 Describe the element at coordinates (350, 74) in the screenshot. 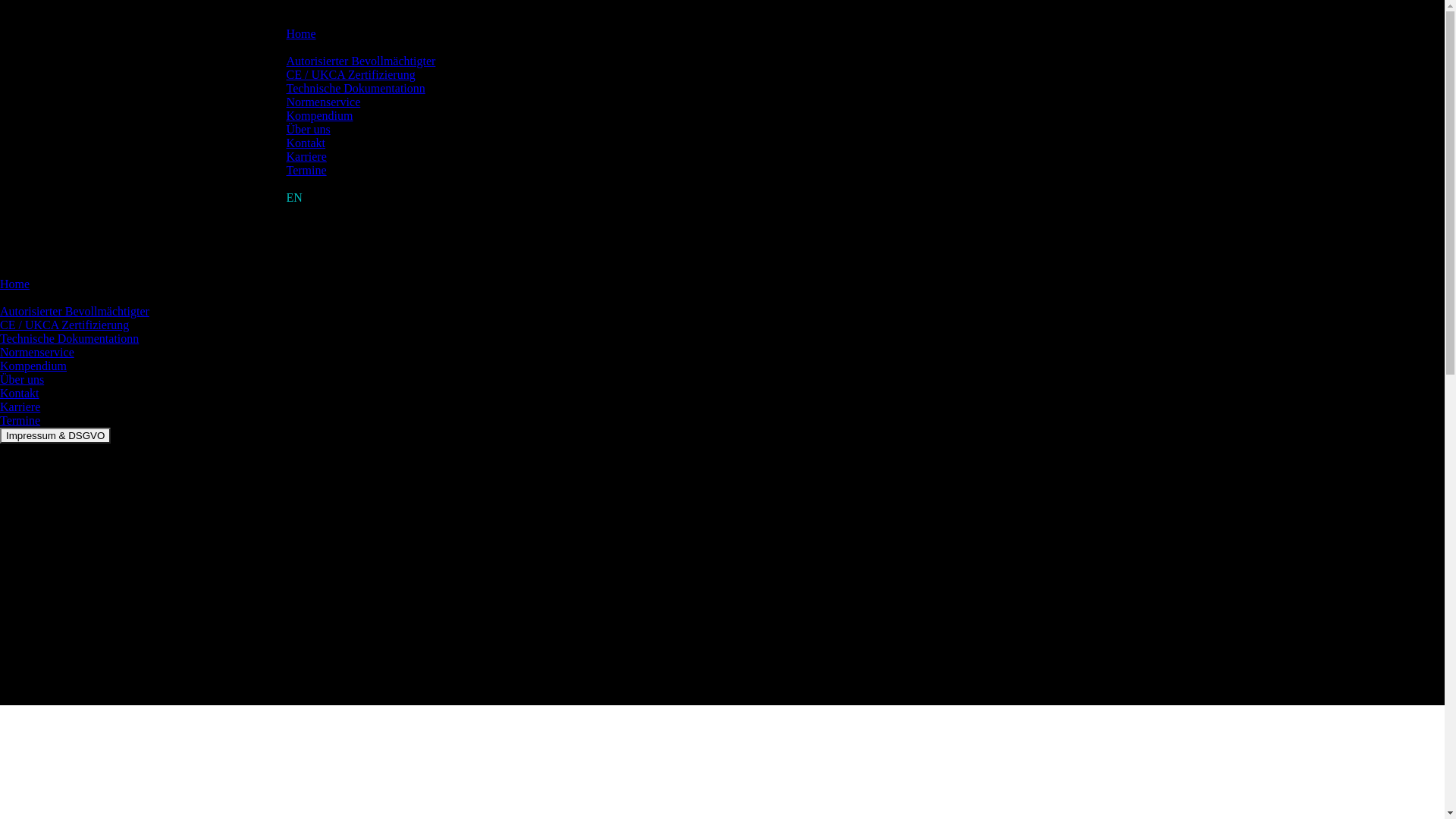

I see `'CE / UKCA Zertifizierung'` at that location.